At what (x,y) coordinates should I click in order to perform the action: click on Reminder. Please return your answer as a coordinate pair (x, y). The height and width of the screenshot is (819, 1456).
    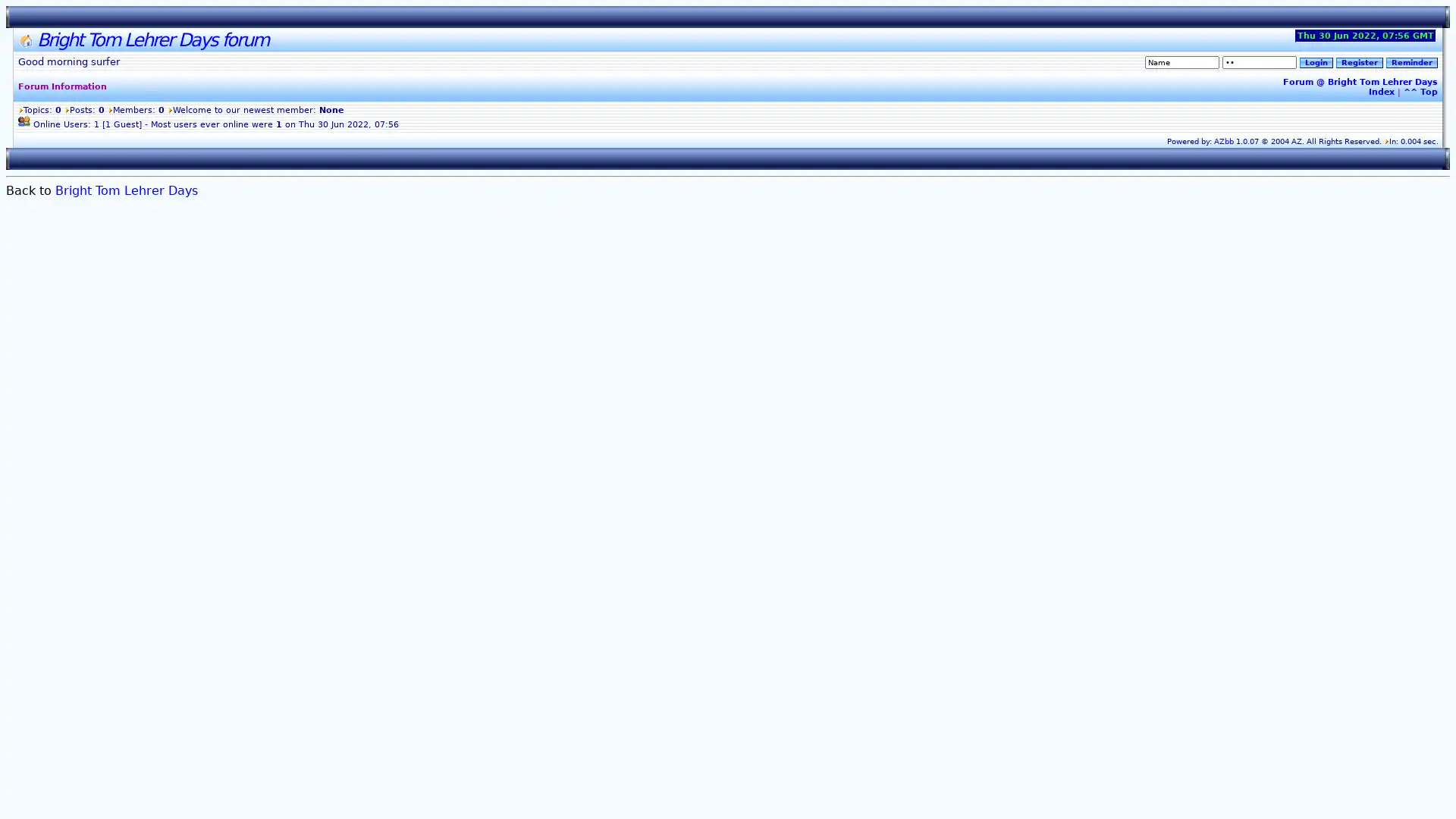
    Looking at the image, I should click on (1411, 61).